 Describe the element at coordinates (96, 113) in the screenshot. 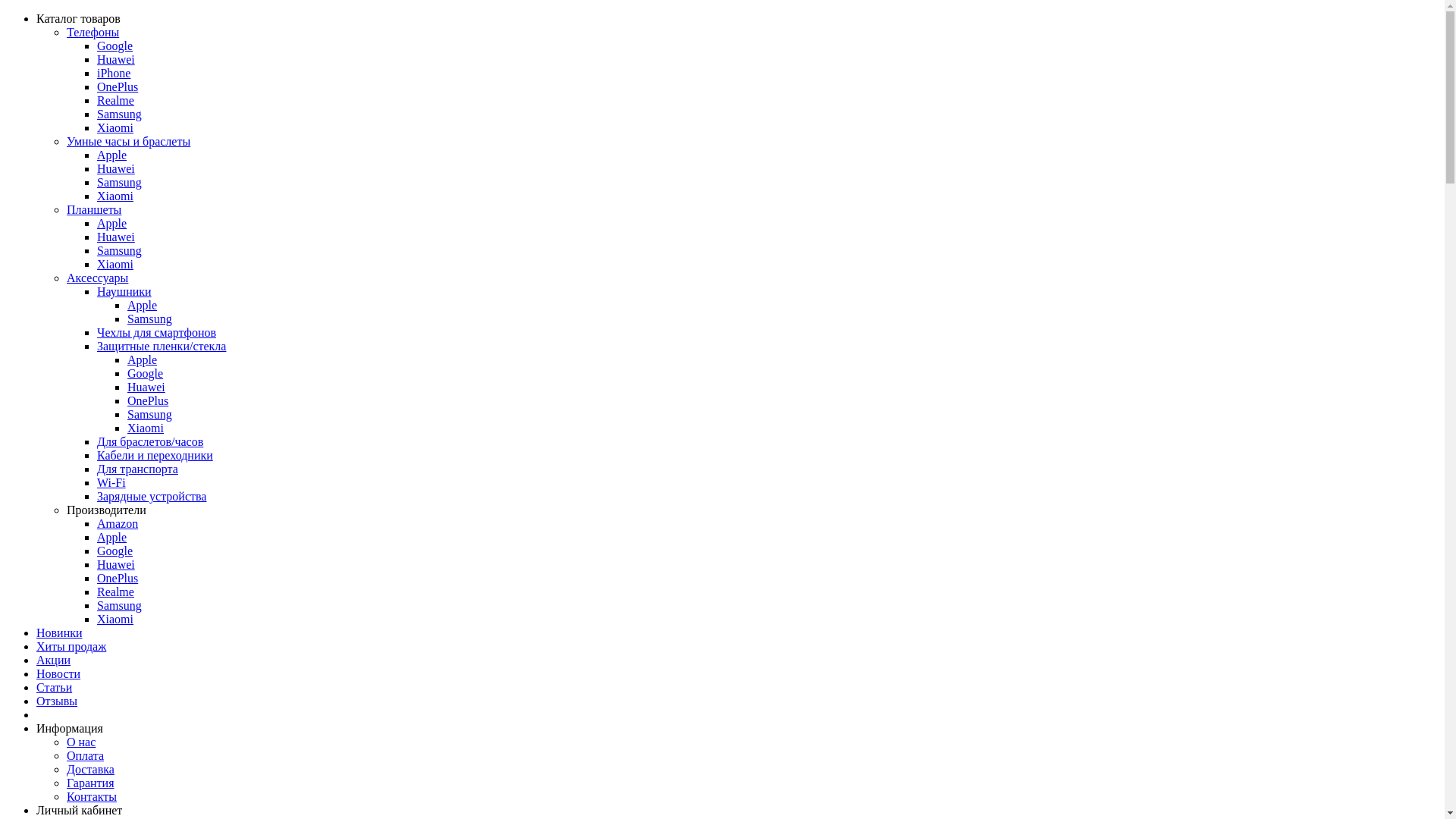

I see `'Samsung'` at that location.